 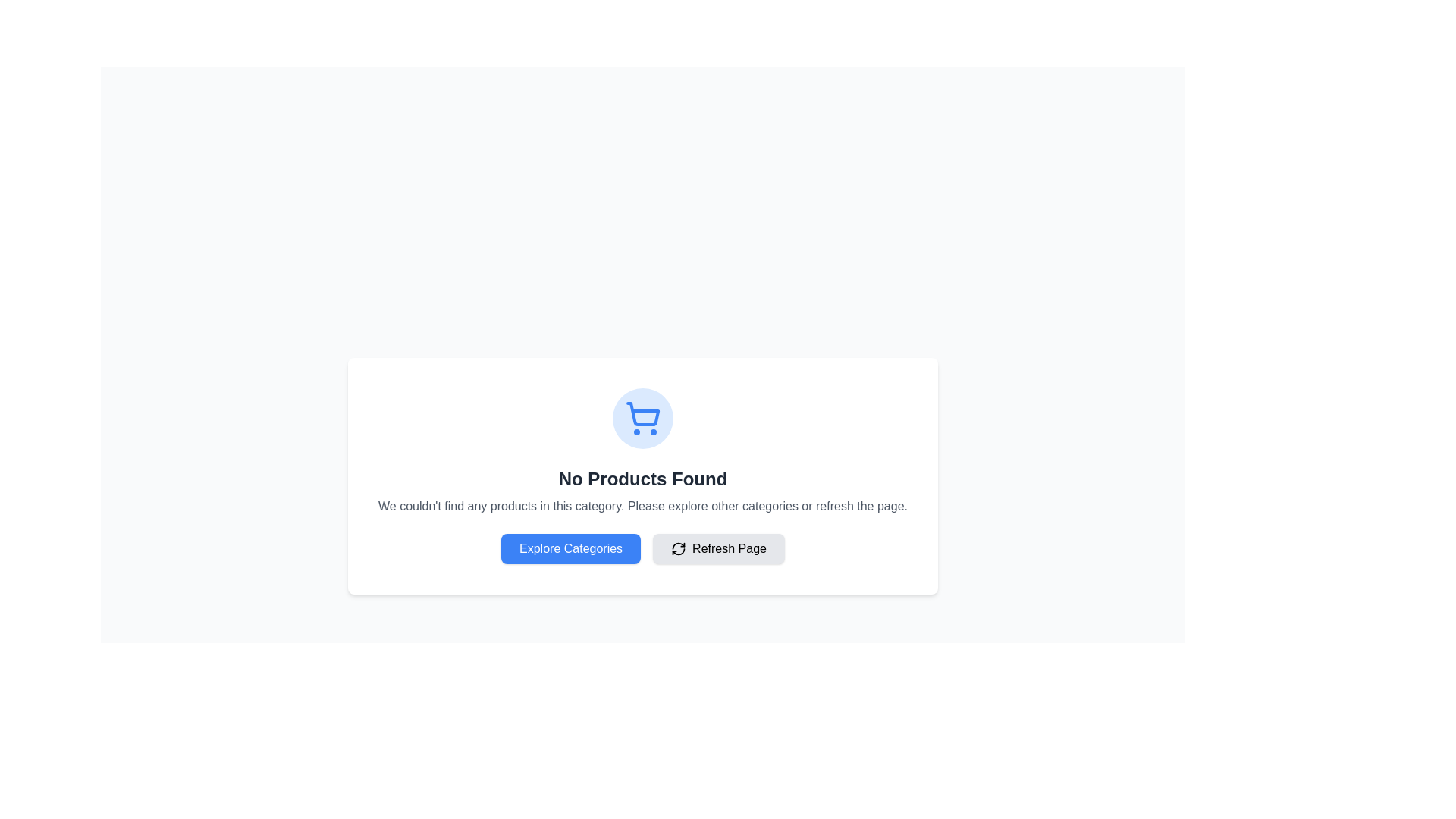 What do you see at coordinates (643, 506) in the screenshot?
I see `message indicating that no products were found, which is located directly below the header 'No Products Found' in a white card component` at bounding box center [643, 506].